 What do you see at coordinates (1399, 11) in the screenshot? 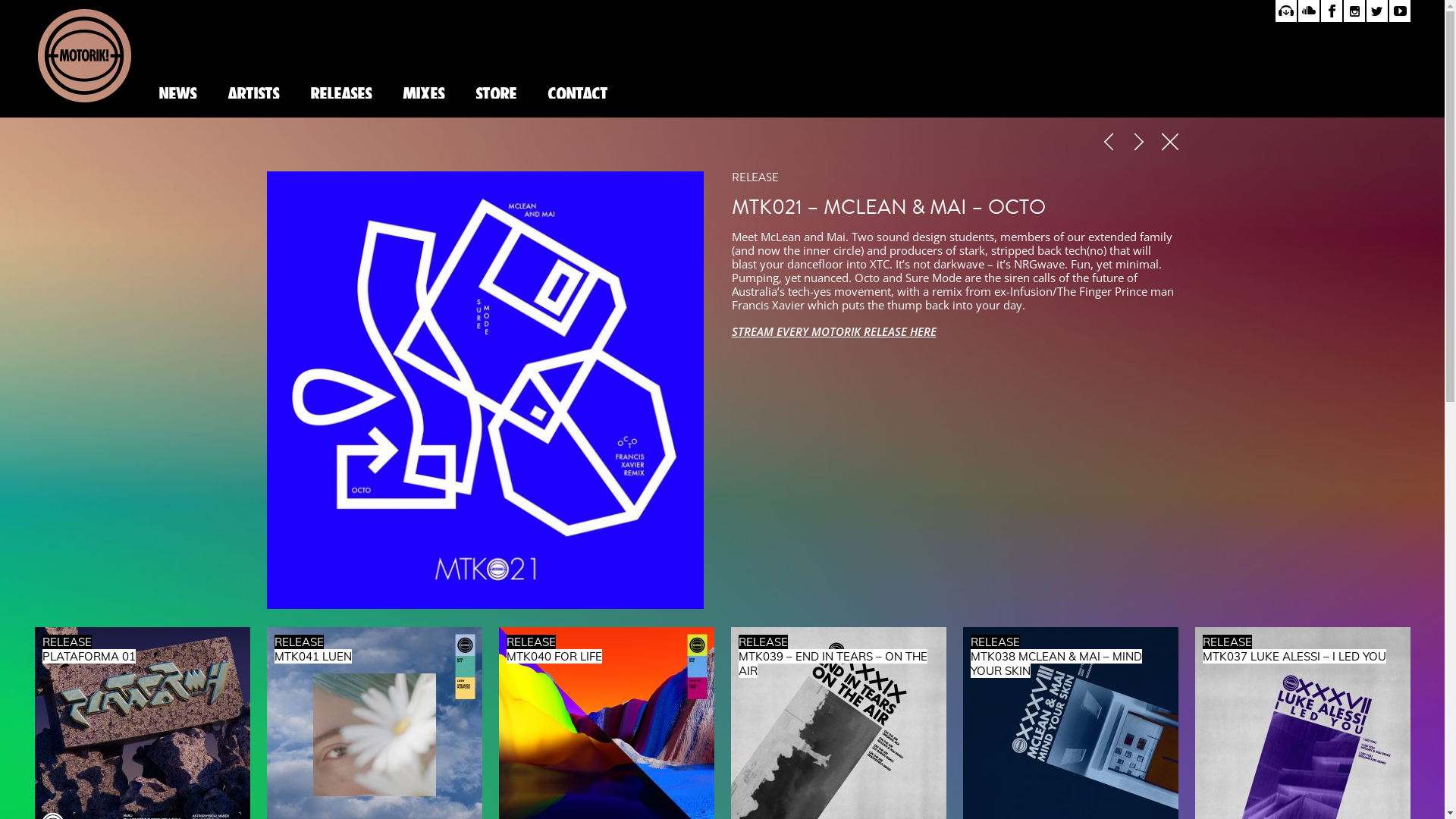
I see `'youtube'` at bounding box center [1399, 11].